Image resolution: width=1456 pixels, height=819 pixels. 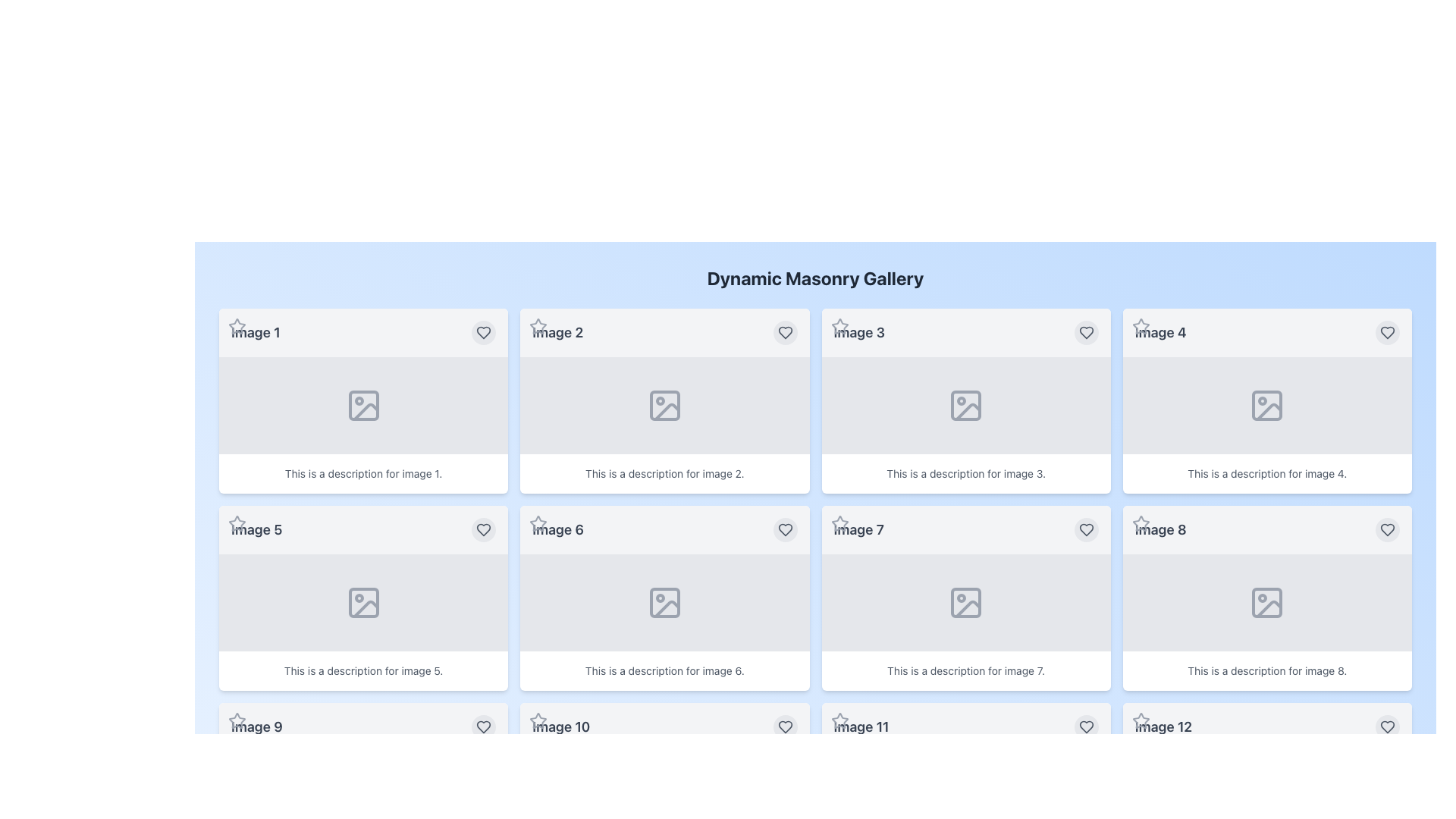 What do you see at coordinates (1267, 405) in the screenshot?
I see `the image placeholder representing 'Image 4', located at the center of the fourth card in the top row of the dynamic masonry layout` at bounding box center [1267, 405].